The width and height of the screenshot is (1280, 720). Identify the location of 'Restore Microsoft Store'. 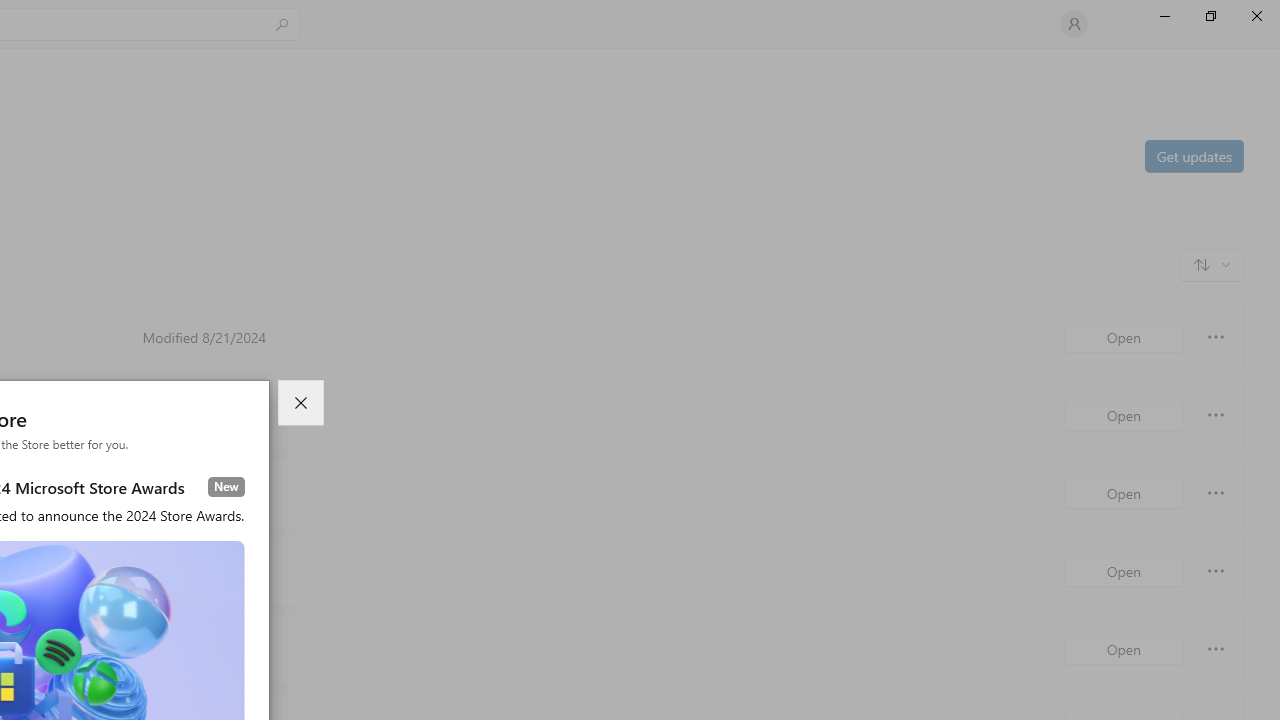
(1209, 15).